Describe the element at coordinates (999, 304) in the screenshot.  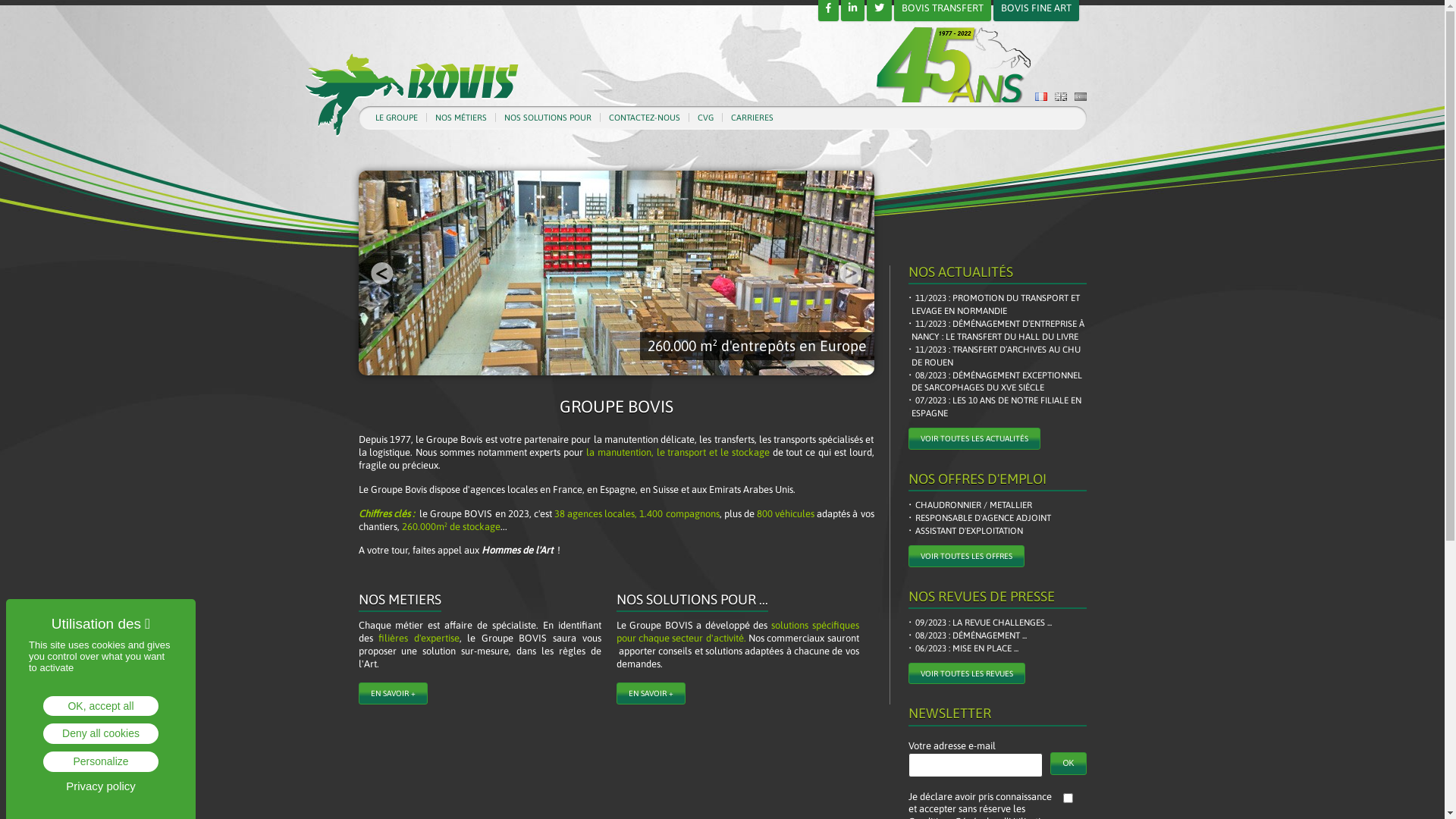
I see `'11/2023 : PROMOTION DU TRANSPORT ET LEVAGE EN NORMANDIE'` at that location.